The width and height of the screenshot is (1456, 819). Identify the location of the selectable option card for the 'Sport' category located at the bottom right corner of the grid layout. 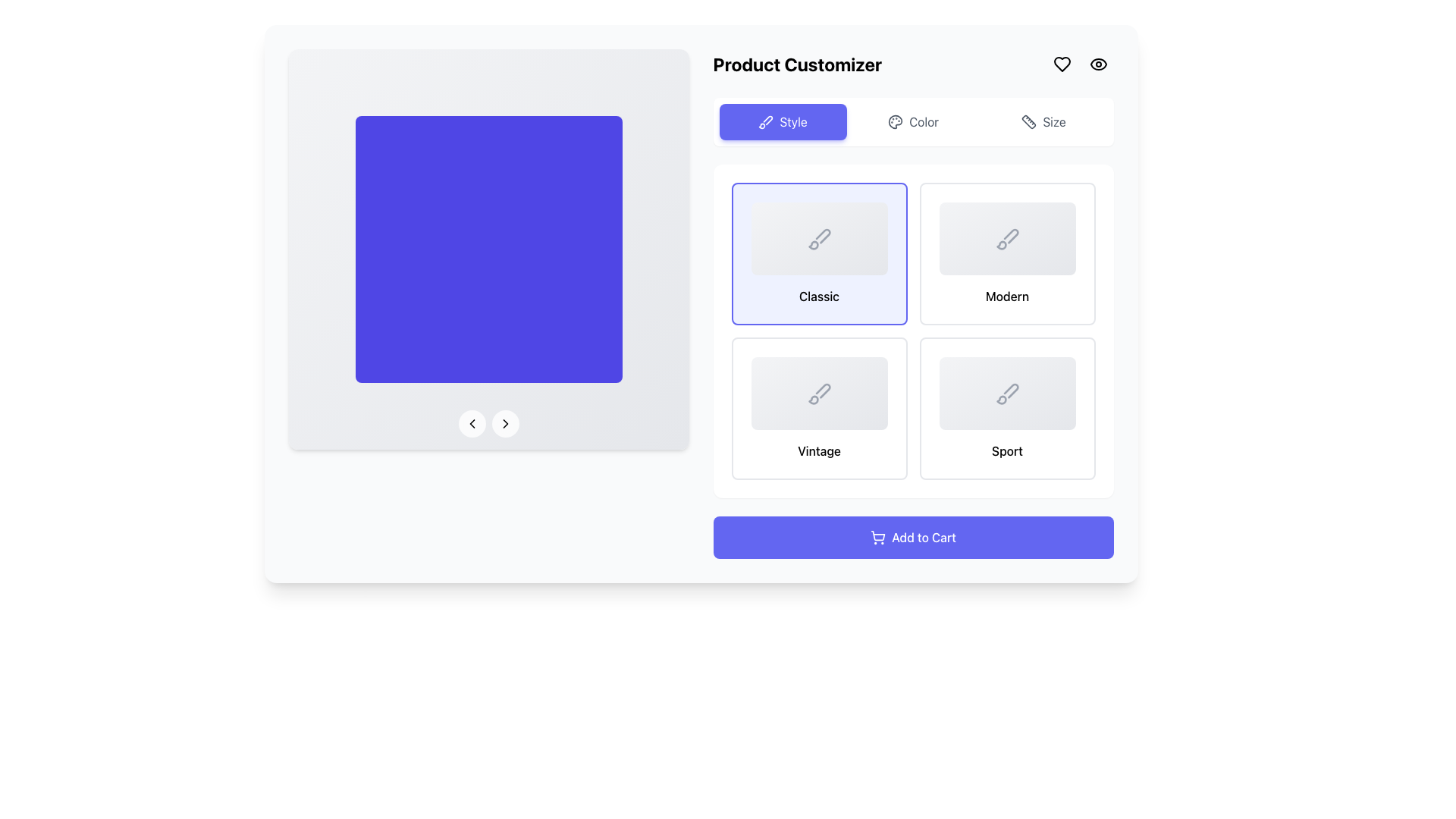
(1007, 408).